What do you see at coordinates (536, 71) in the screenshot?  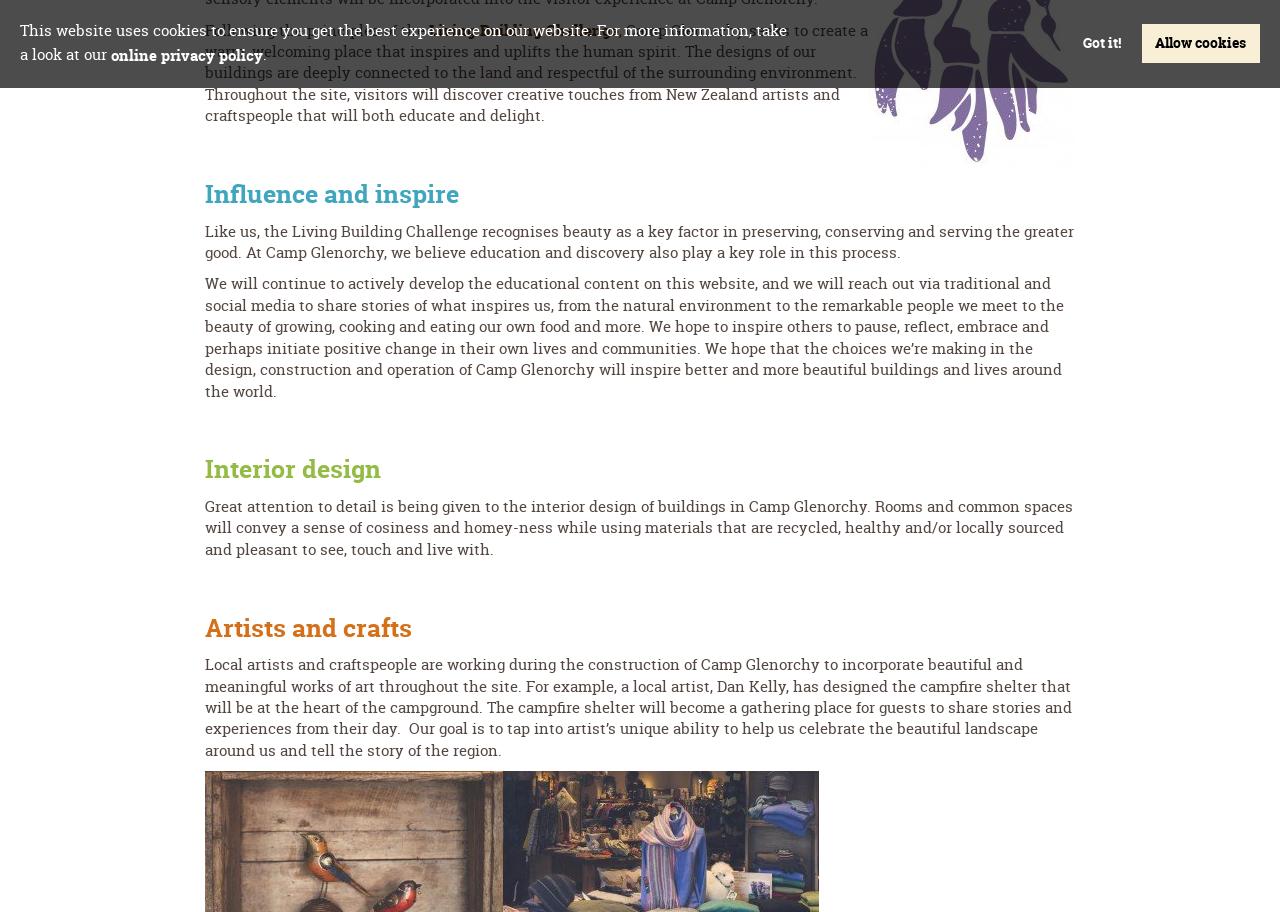 I see `', Camp Glenorchy seeks to create a warm, welcoming place that inspires and uplifts the human spirit. The designs of our buildings are deeply connected to the land and respectful of the surrounding environment. Throughout the site, visitors will discover creative touches from New Zealand artists and craftspeople that will both educate and delight.'` at bounding box center [536, 71].